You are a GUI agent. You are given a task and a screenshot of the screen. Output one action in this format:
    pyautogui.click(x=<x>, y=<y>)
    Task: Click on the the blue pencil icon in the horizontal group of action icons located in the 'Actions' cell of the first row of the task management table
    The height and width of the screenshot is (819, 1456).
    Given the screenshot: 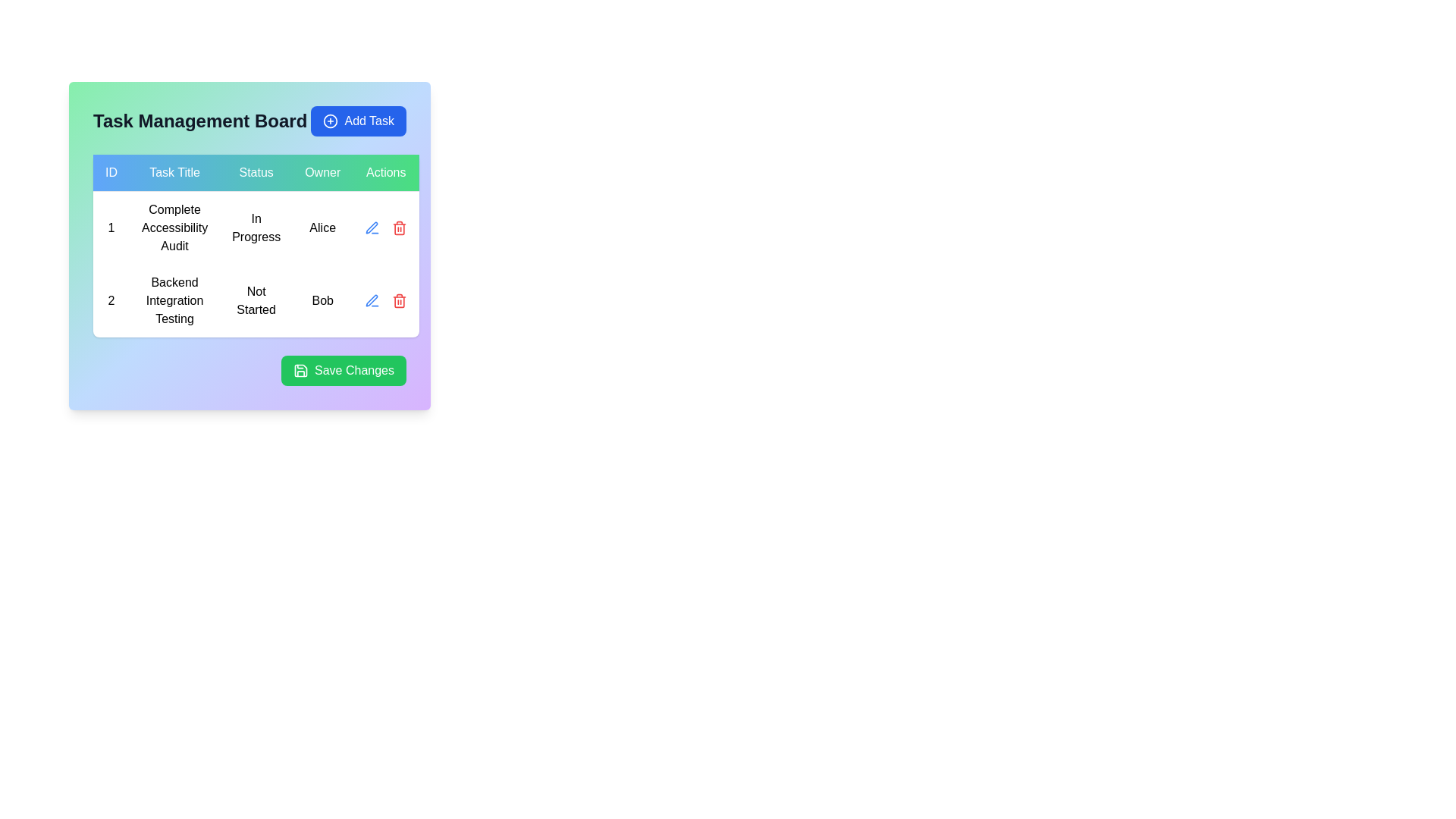 What is the action you would take?
    pyautogui.click(x=386, y=227)
    